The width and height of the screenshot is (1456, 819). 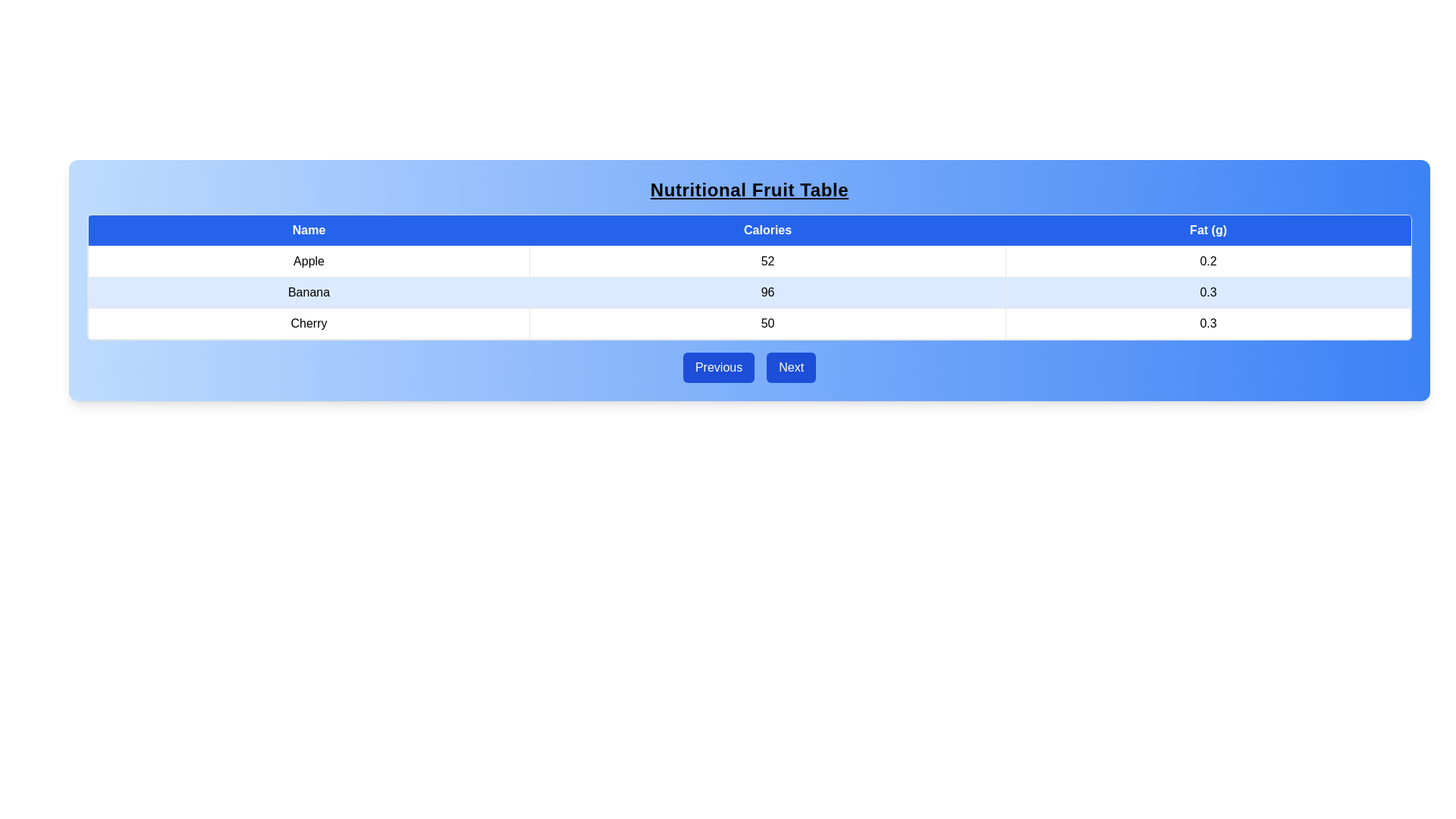 I want to click on the cells of the Table Row representing the fruit 'Cherry', which is the third entry in the table, so click(x=749, y=323).